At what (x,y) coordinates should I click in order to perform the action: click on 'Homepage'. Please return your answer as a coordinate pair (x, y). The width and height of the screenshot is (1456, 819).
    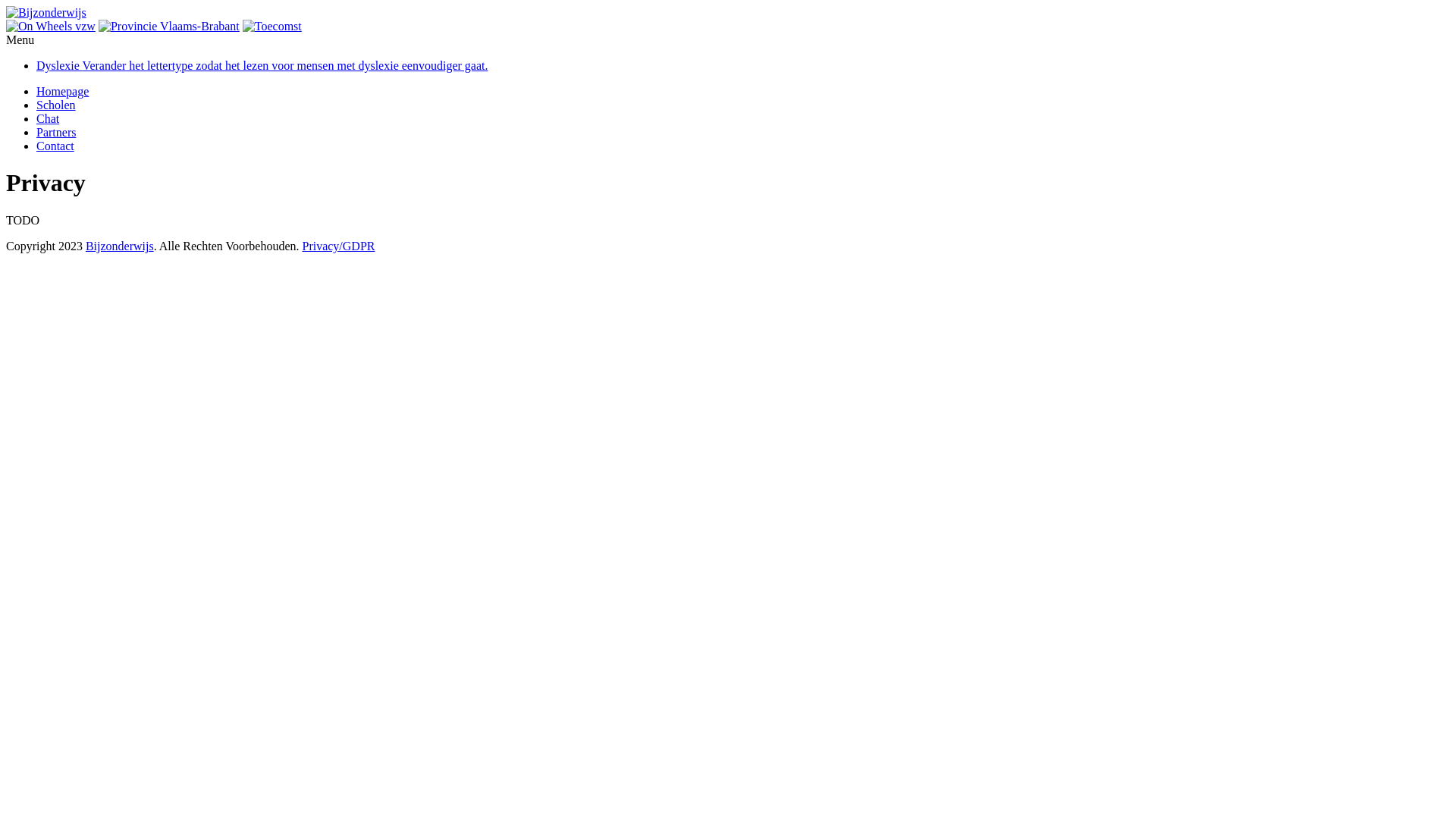
    Looking at the image, I should click on (61, 91).